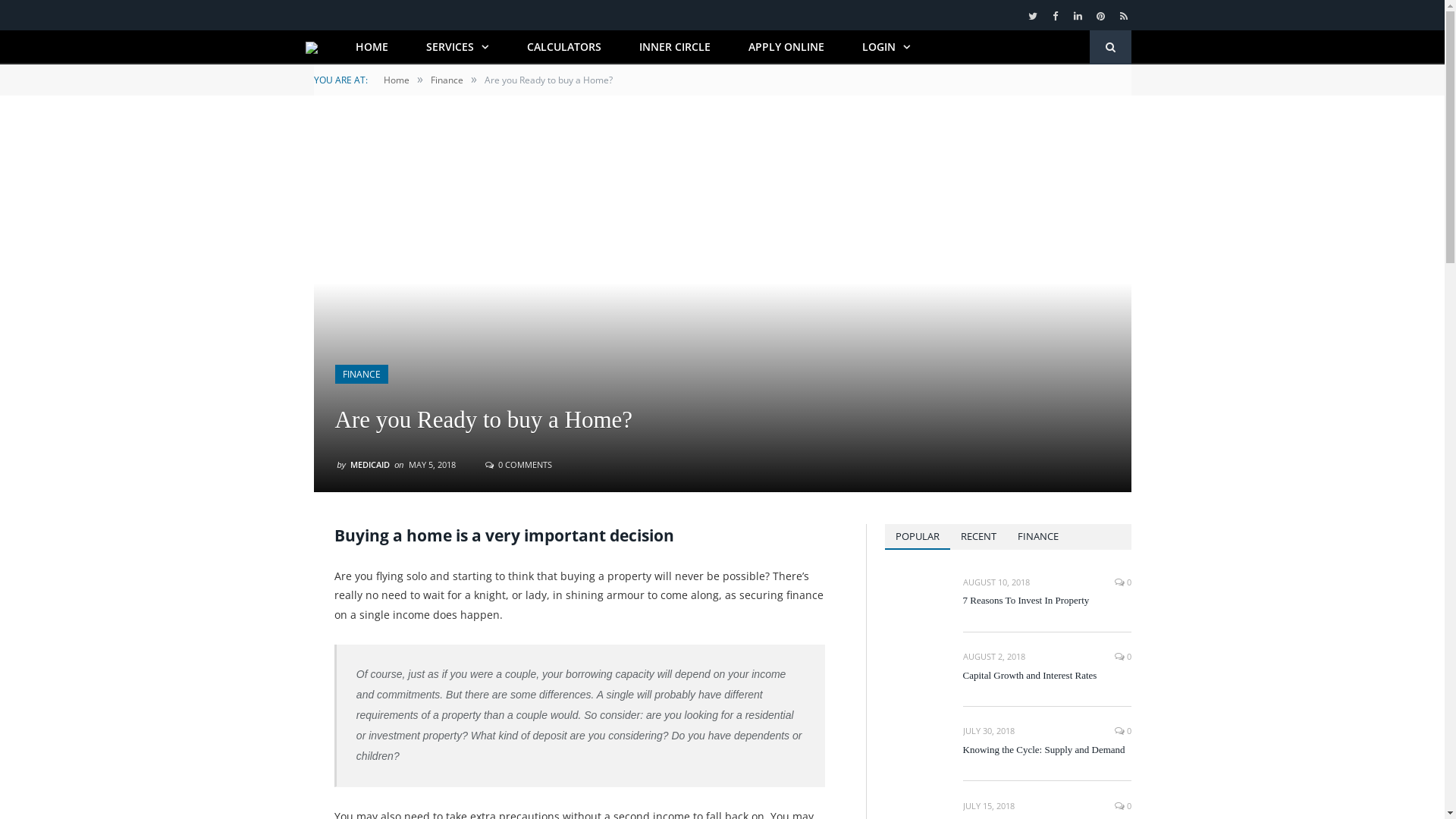  Describe the element at coordinates (1069, 17) in the screenshot. I see `'LinkedIn'` at that location.